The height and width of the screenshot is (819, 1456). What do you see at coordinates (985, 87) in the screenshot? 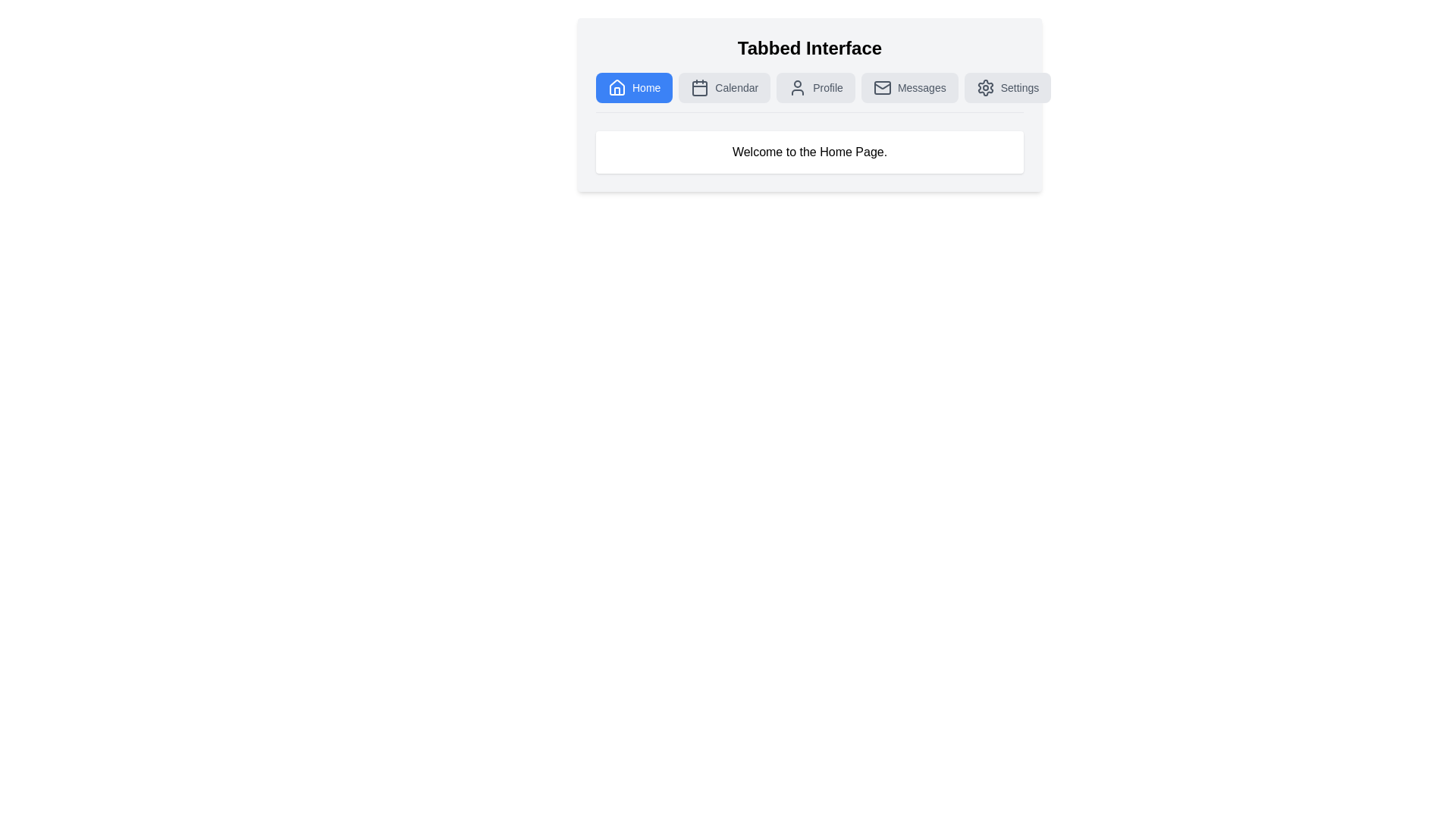
I see `the cog wheel icon in the top-right section of the interface` at bounding box center [985, 87].